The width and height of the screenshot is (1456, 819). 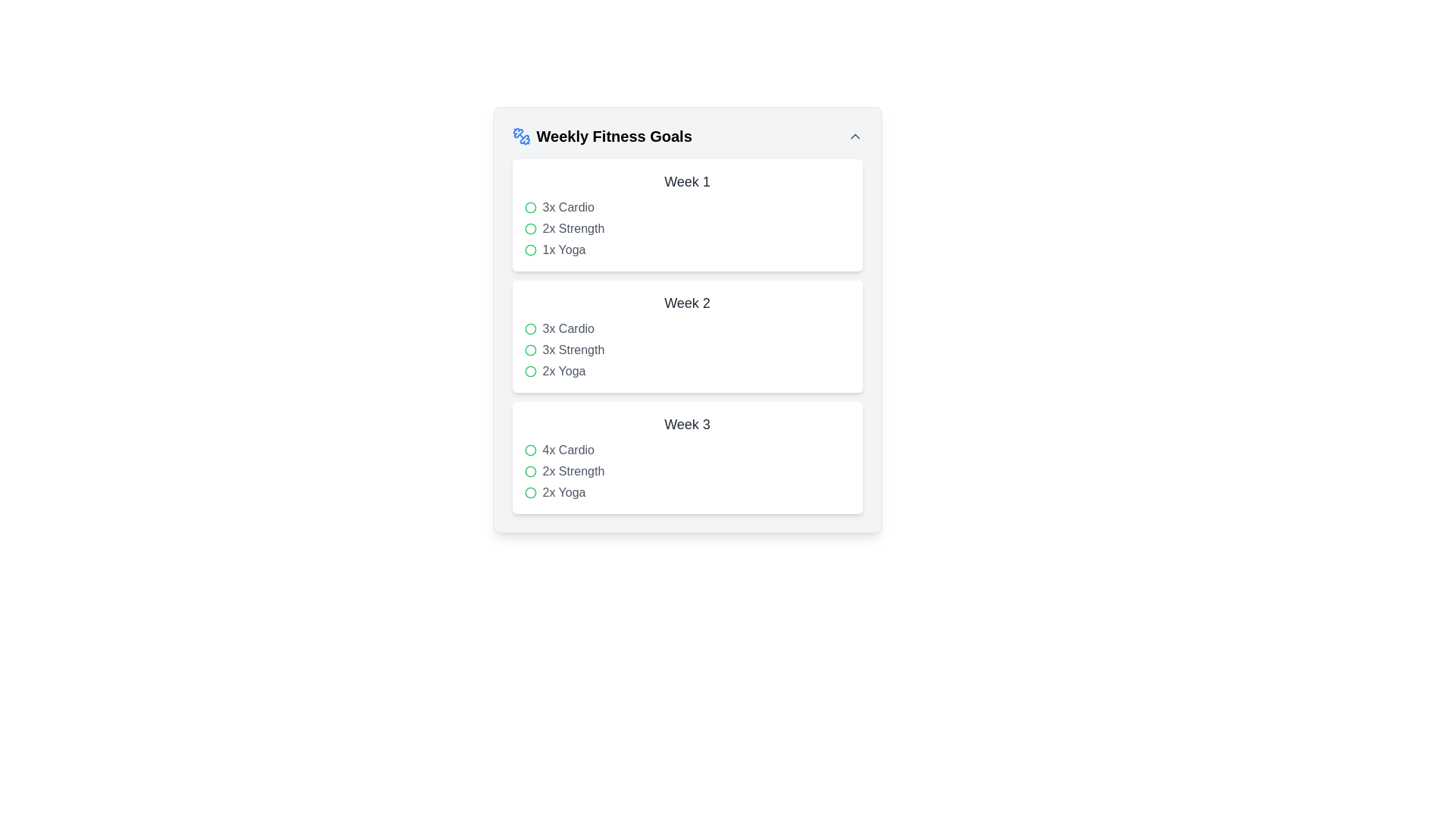 What do you see at coordinates (686, 180) in the screenshot?
I see `the text label 'Week 1' which is styled in gray and serves as the heading for the weekly goals section` at bounding box center [686, 180].